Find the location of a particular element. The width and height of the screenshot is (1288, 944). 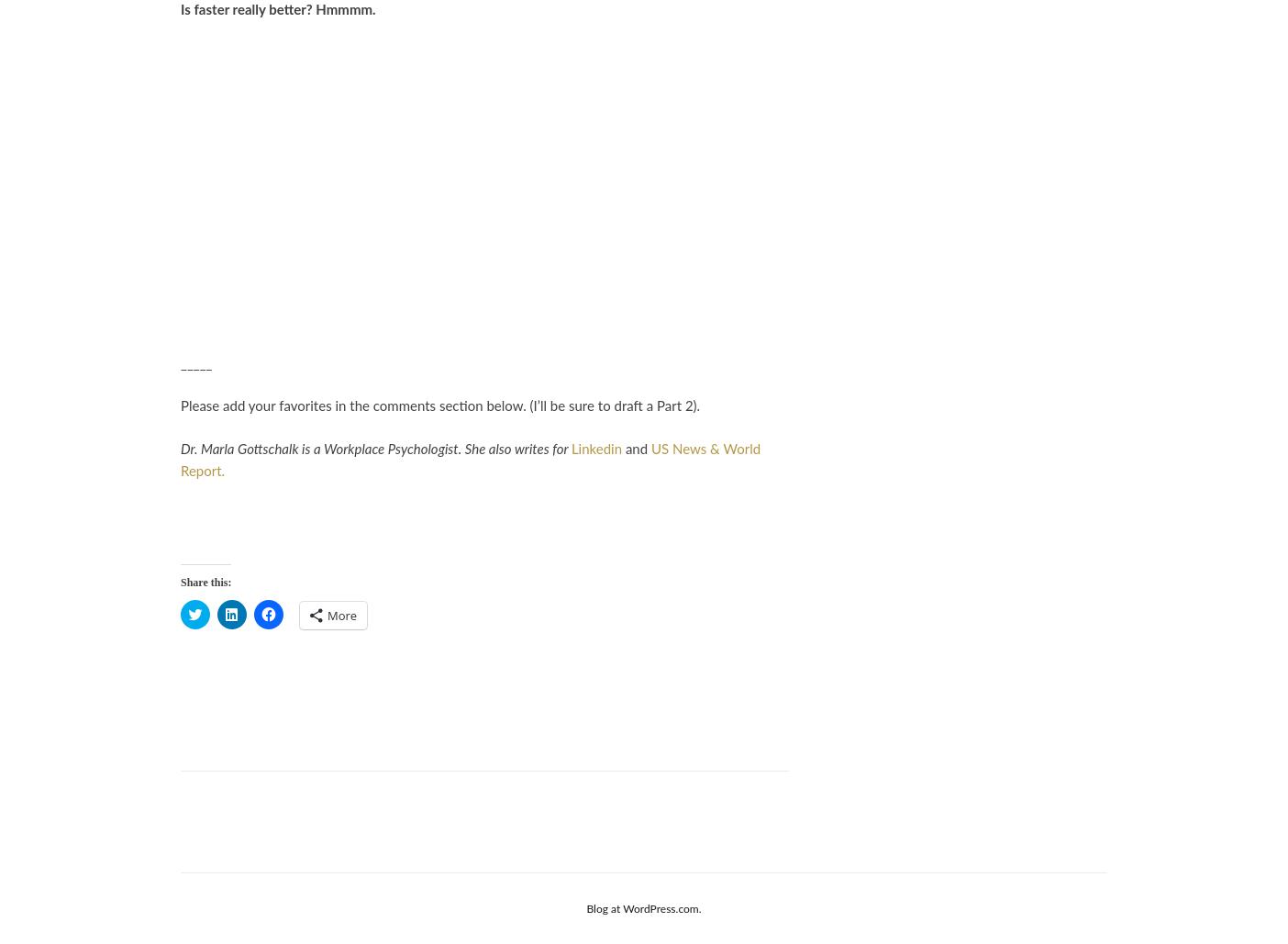

'Is faster really better? Hmmmm.' is located at coordinates (277, 10).